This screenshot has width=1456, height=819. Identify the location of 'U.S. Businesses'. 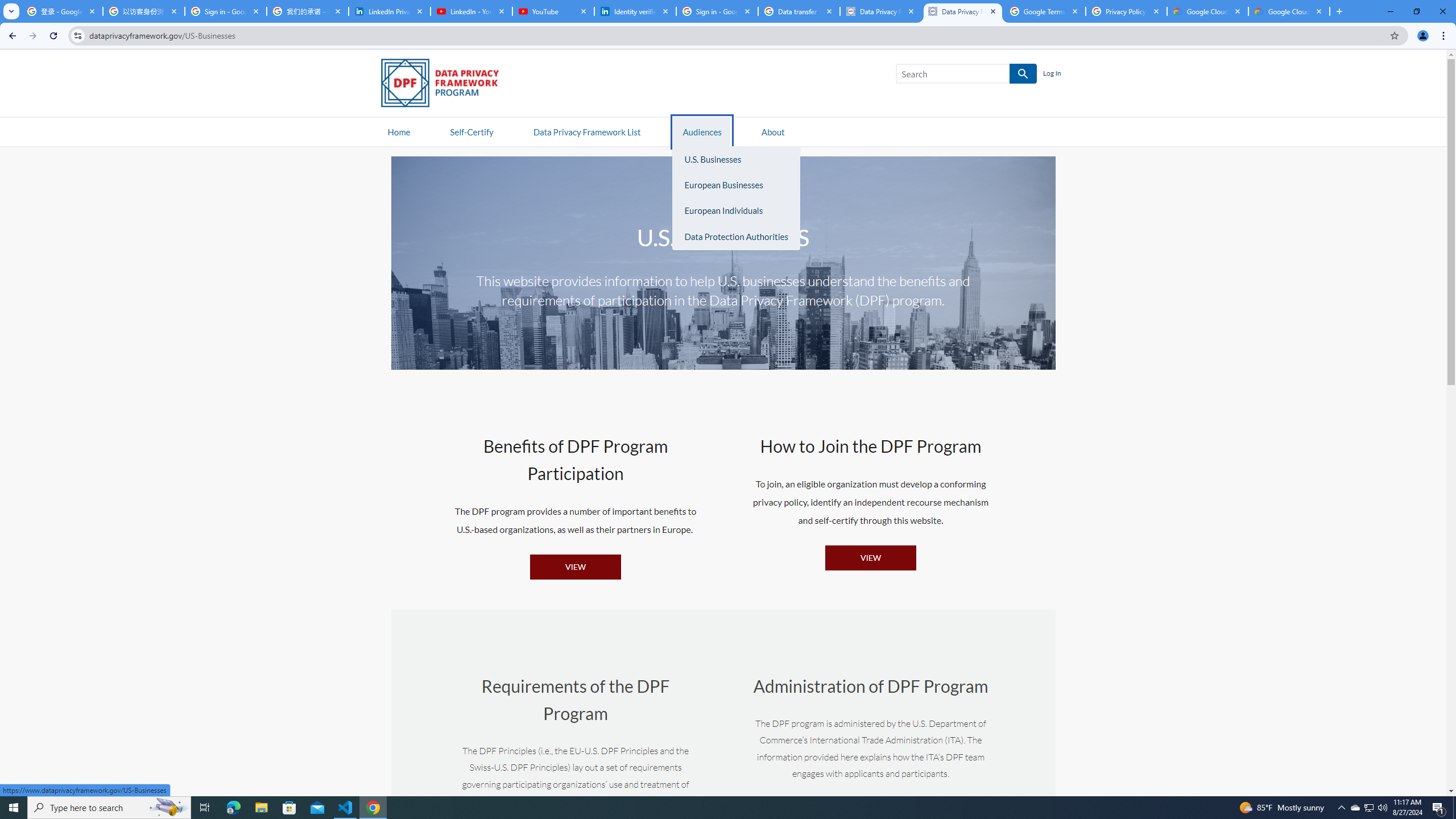
(735, 159).